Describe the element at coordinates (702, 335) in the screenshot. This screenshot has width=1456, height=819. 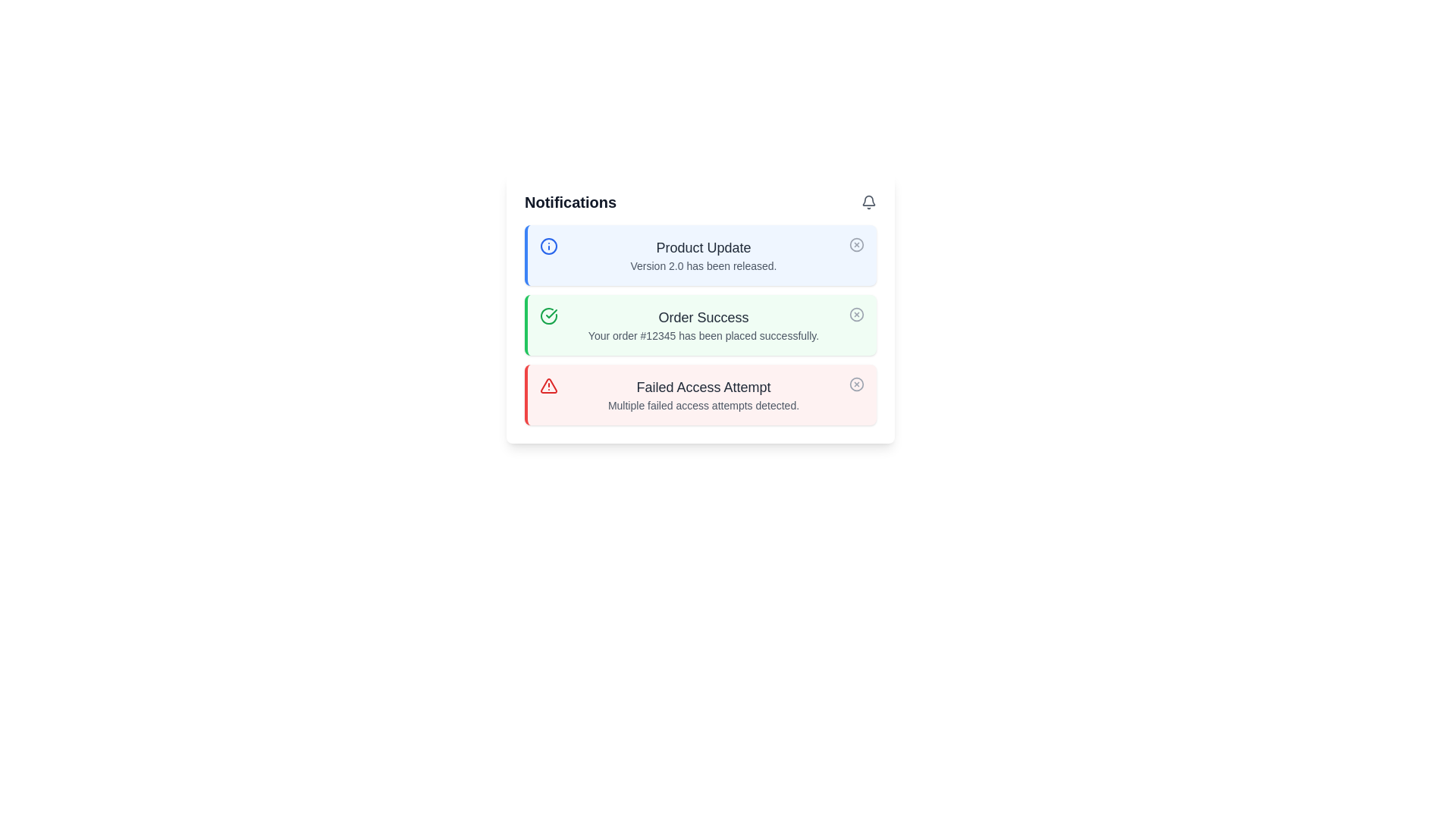
I see `the text label that reads 'Your order #12345 has been placed successfully.' within the green-themed notification box below the 'Order Success' title` at that location.